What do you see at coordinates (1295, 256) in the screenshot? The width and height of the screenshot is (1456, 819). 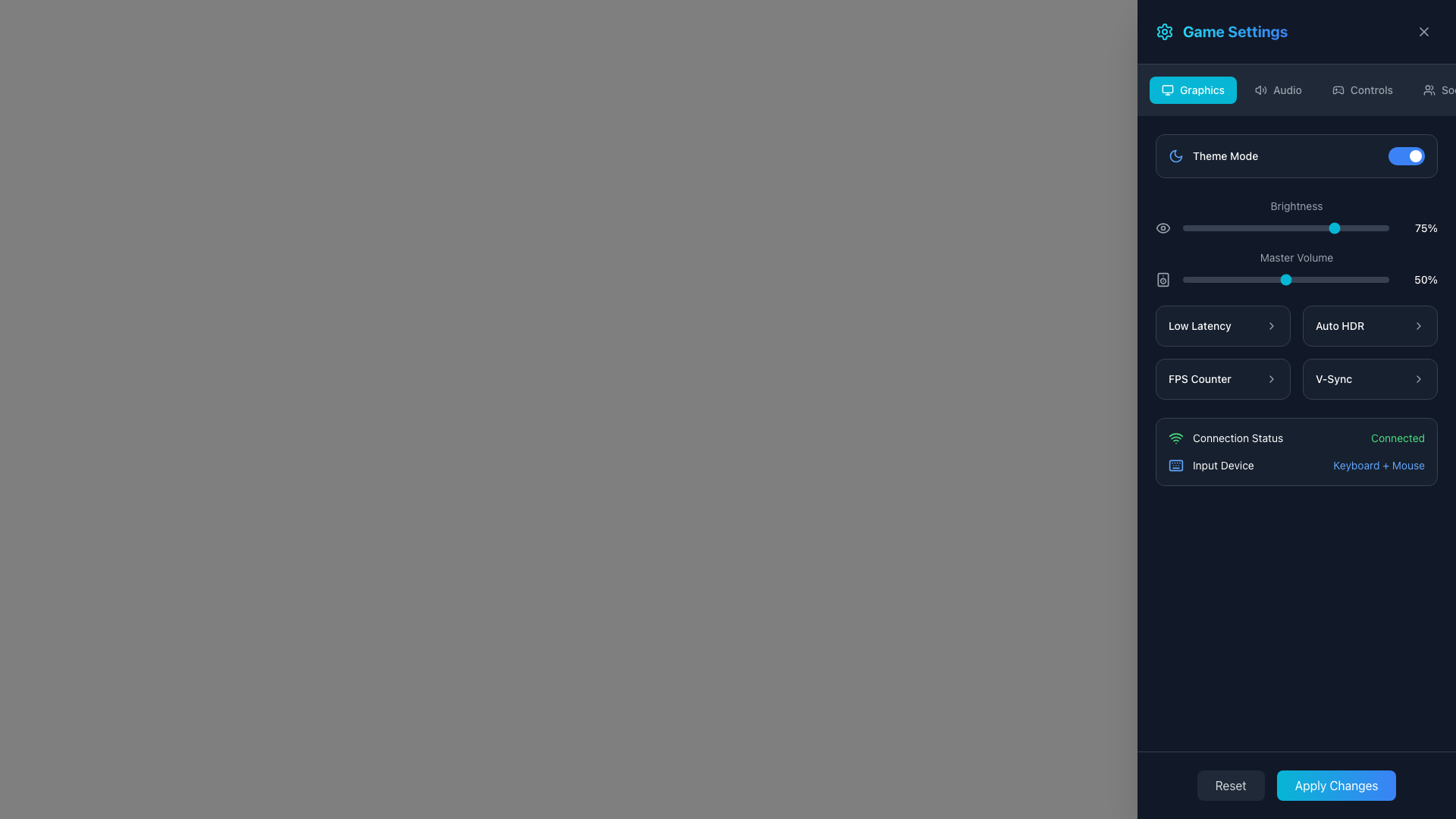 I see `the 'Master Volume' text label, which is part of the volume control interface and visually blends with the dark gray background` at bounding box center [1295, 256].